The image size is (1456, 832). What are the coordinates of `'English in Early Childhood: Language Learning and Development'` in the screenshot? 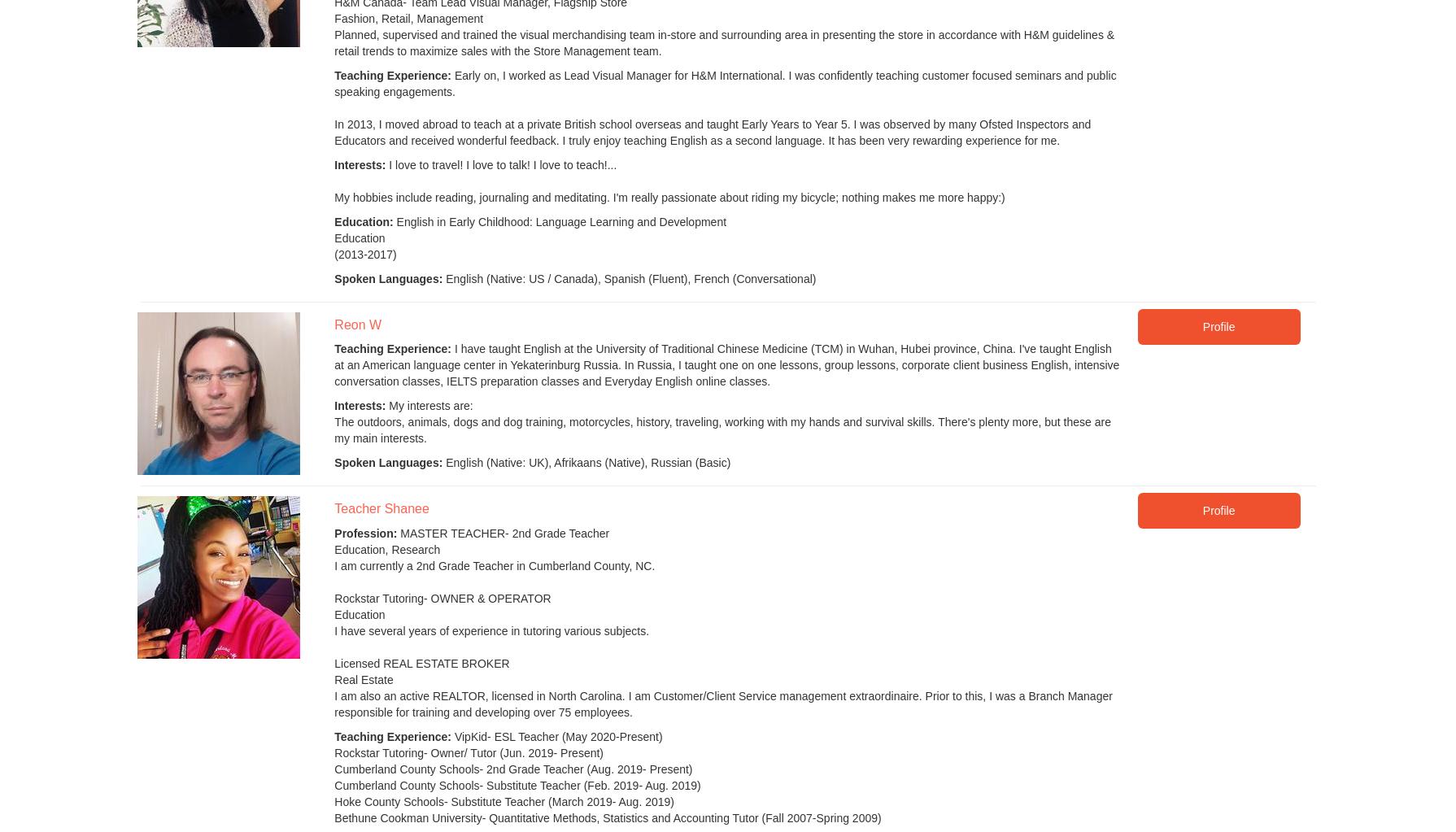 It's located at (559, 222).